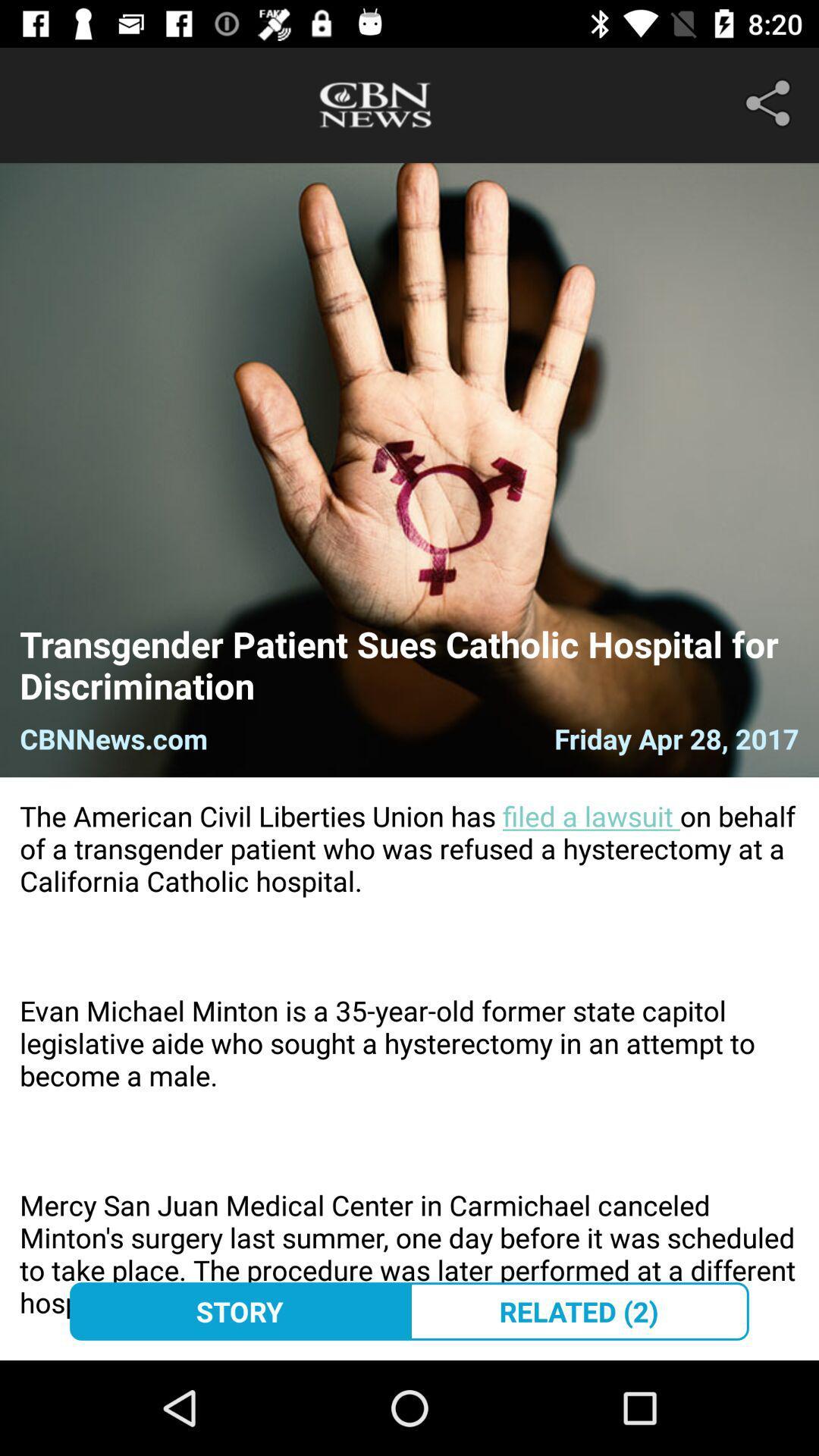 The image size is (819, 1456). I want to click on icon to the left of related (2) icon, so click(239, 1310).